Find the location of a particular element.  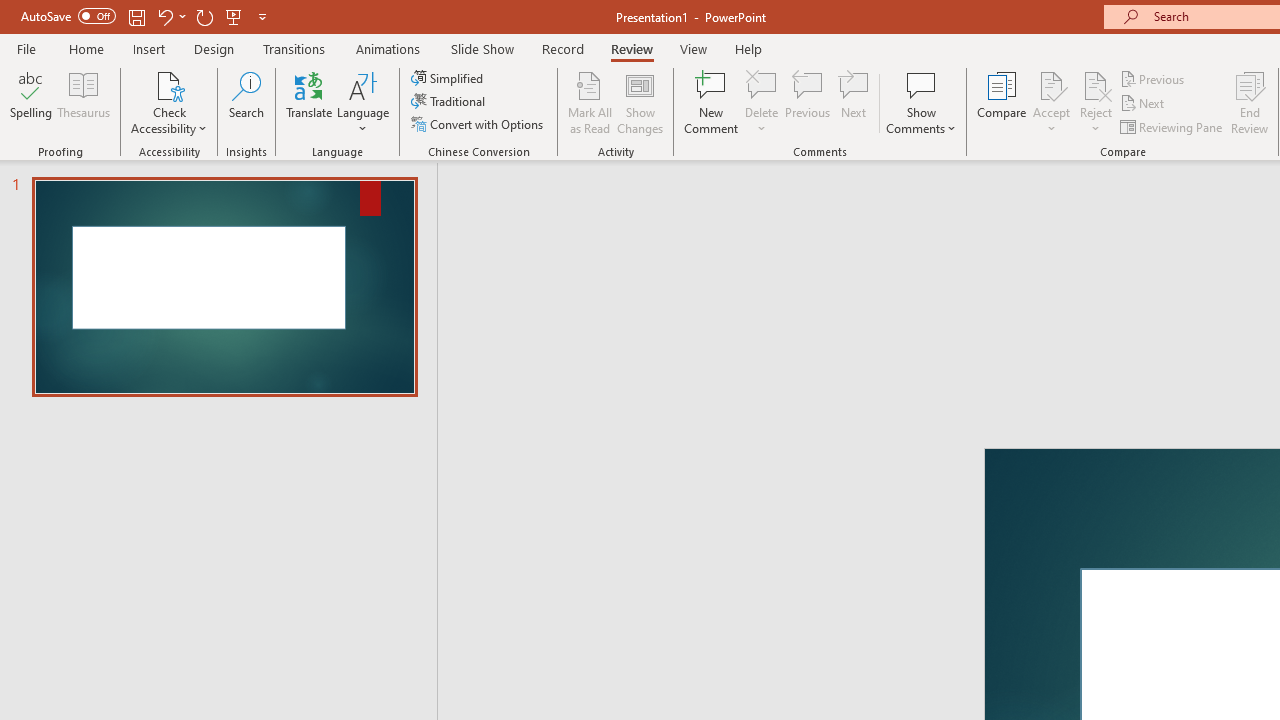

'Transitions' is located at coordinates (294, 48).